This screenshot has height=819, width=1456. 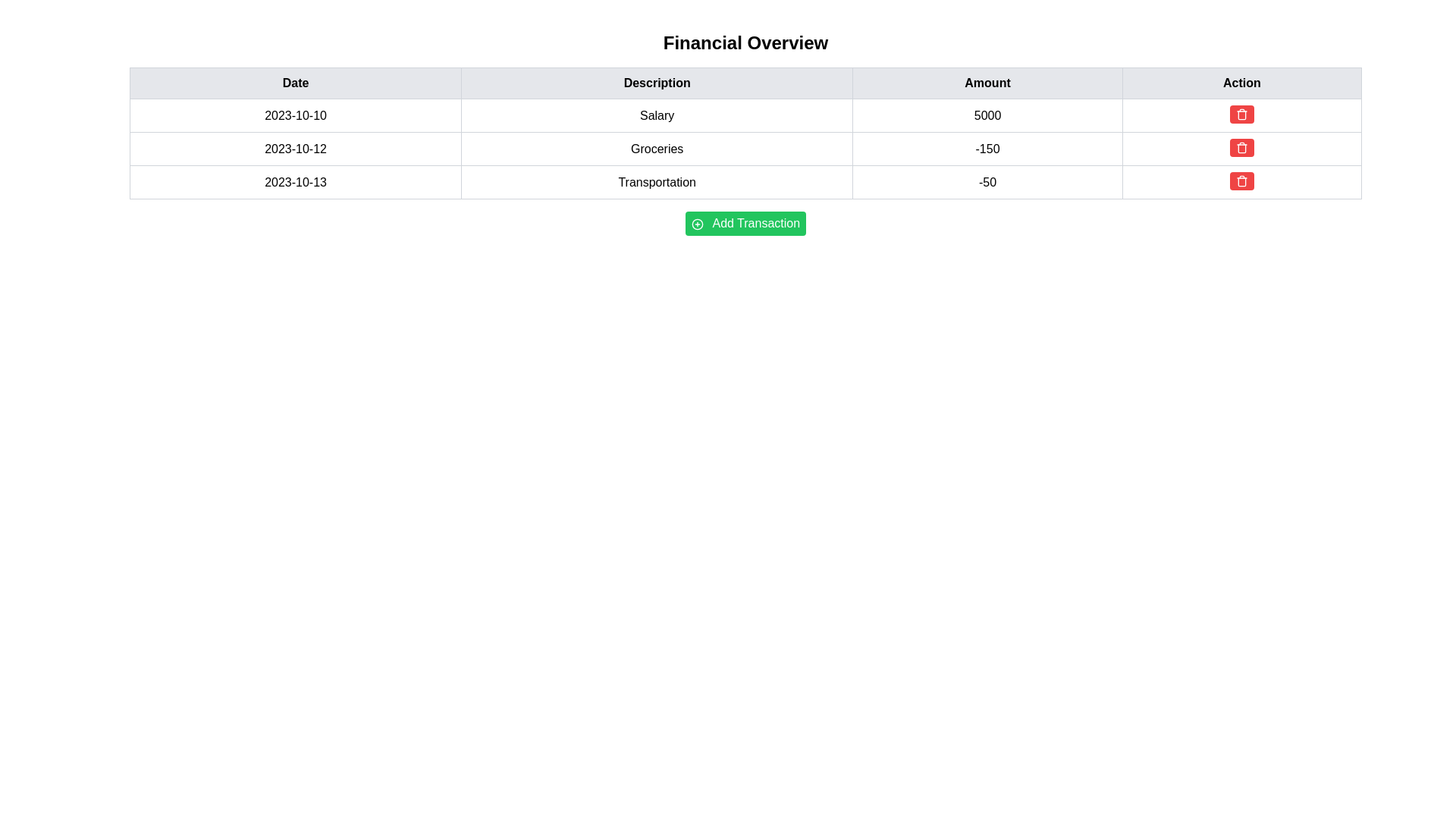 I want to click on the Text Label in the 'Description' column of the financial overview table, which is the second item in the row aligned with the date '2023-10-10', so click(x=657, y=115).